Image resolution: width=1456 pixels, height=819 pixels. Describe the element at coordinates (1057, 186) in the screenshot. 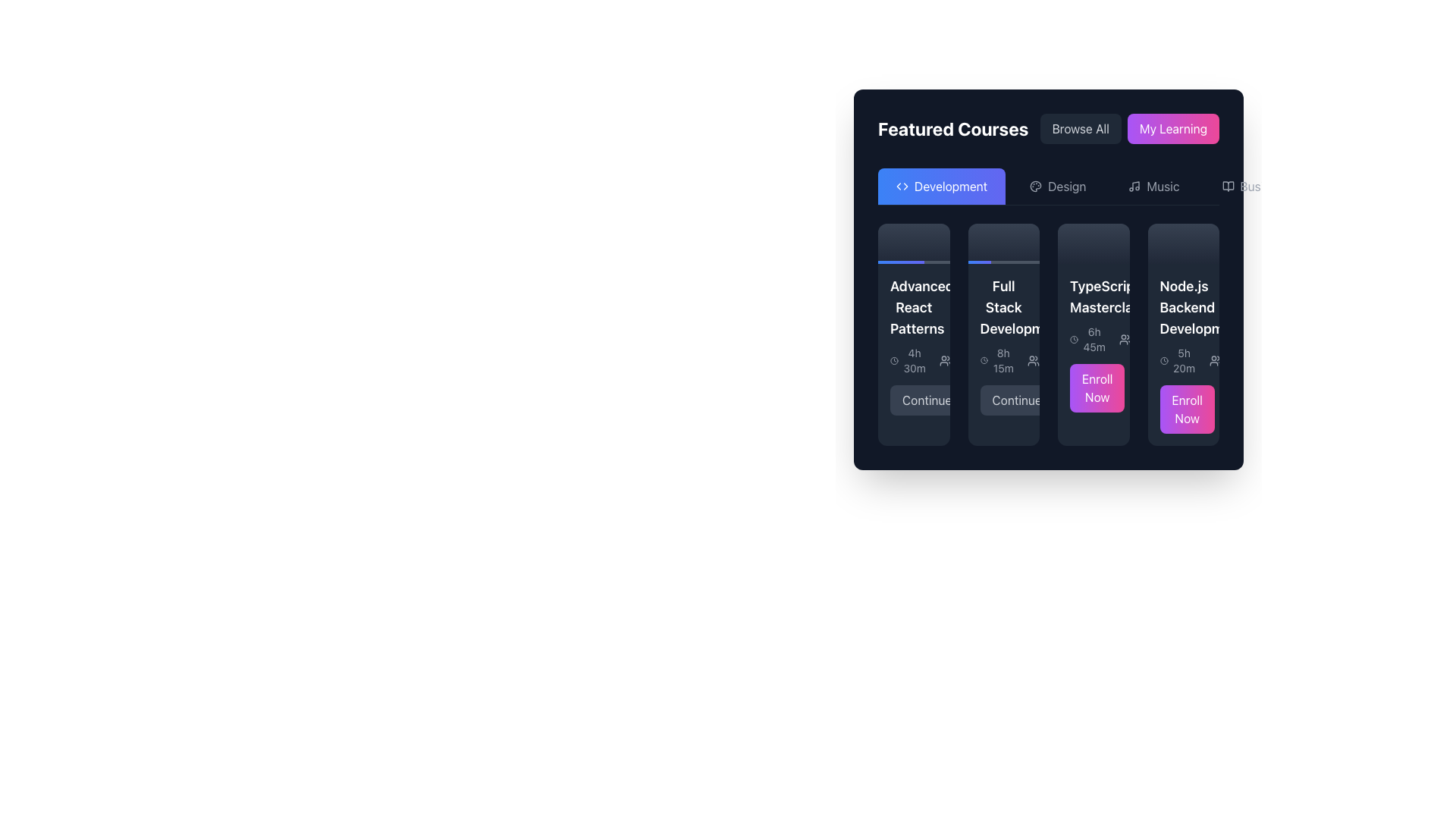

I see `the second button from the left in the horizontal navigation bar under 'Featured Courses'` at that location.